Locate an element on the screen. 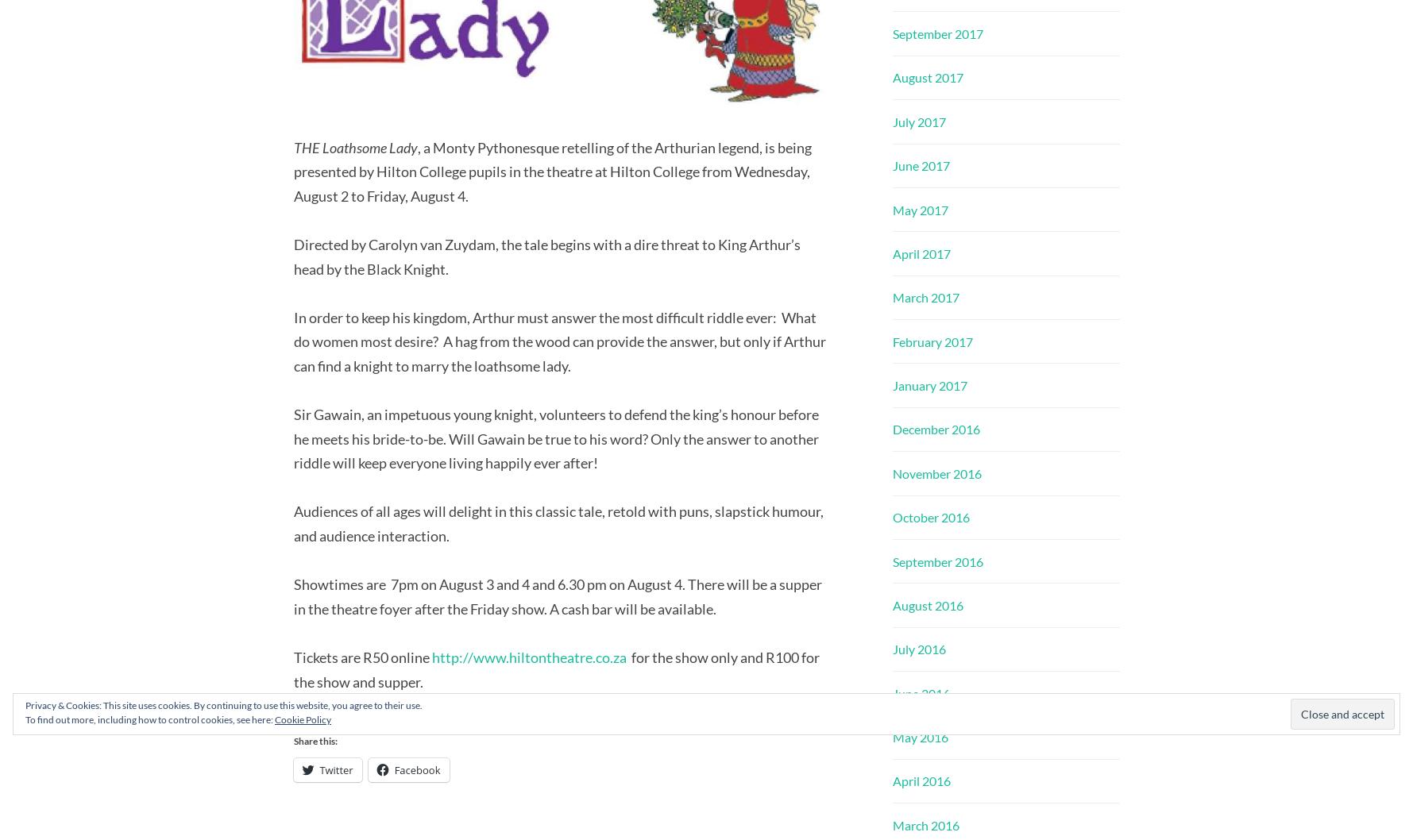  'October 2016' is located at coordinates (892, 516).